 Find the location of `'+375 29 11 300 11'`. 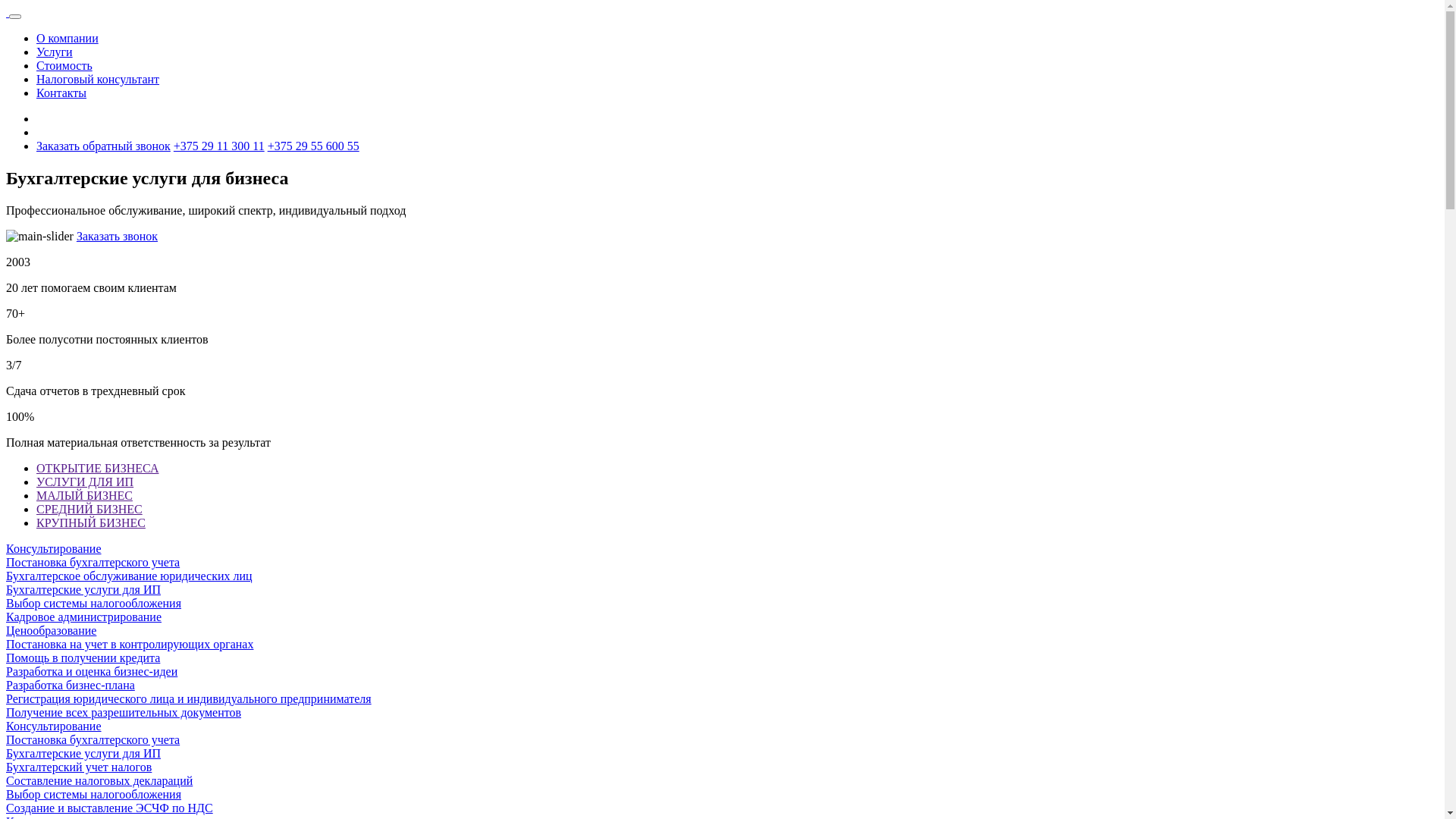

'+375 29 11 300 11' is located at coordinates (218, 146).